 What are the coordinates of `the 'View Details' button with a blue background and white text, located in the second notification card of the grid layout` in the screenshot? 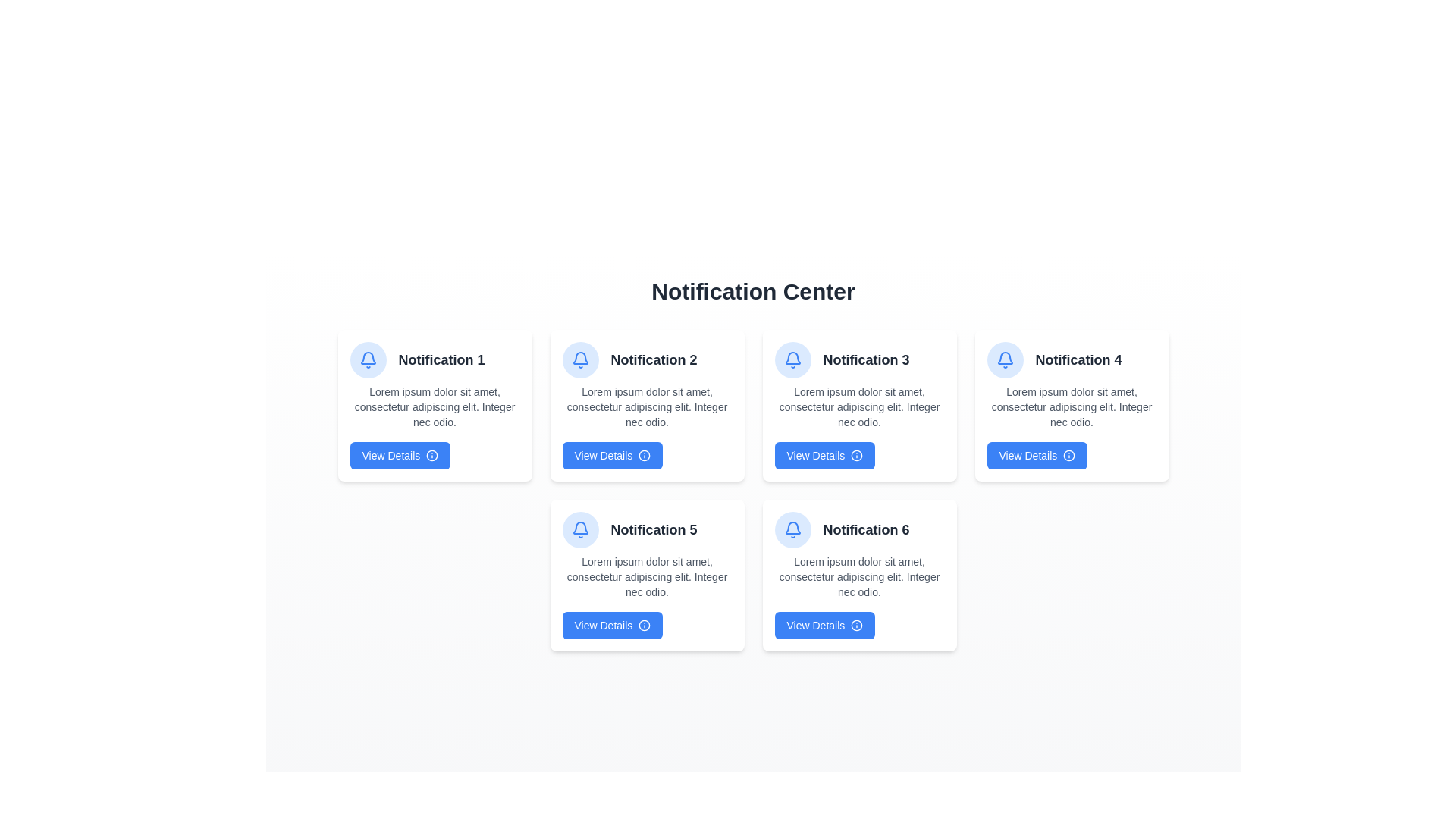 It's located at (612, 455).